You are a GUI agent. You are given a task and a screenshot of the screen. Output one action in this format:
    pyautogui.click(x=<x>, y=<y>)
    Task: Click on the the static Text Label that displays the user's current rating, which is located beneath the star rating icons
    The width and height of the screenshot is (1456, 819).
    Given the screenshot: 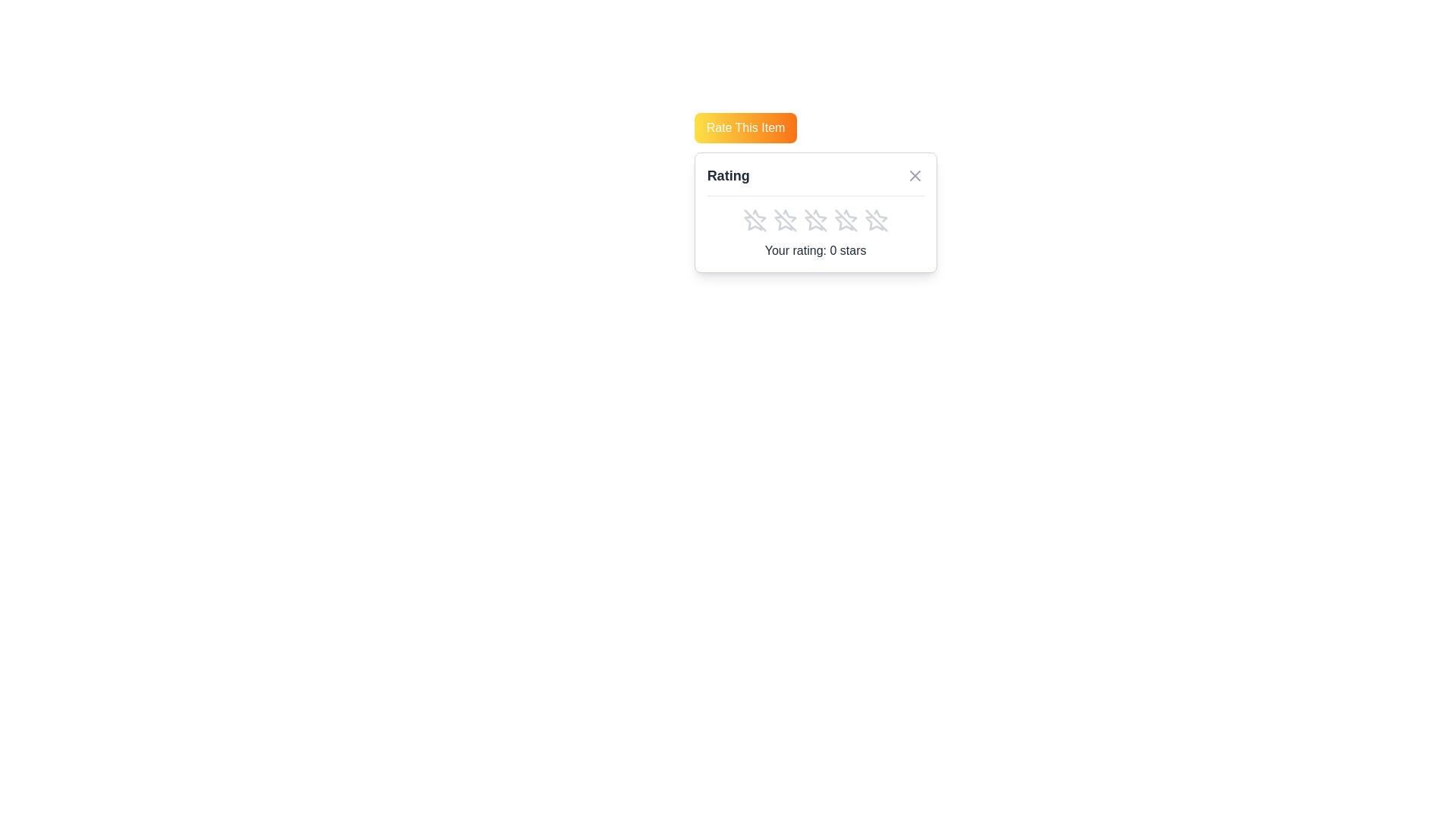 What is the action you would take?
    pyautogui.click(x=814, y=250)
    